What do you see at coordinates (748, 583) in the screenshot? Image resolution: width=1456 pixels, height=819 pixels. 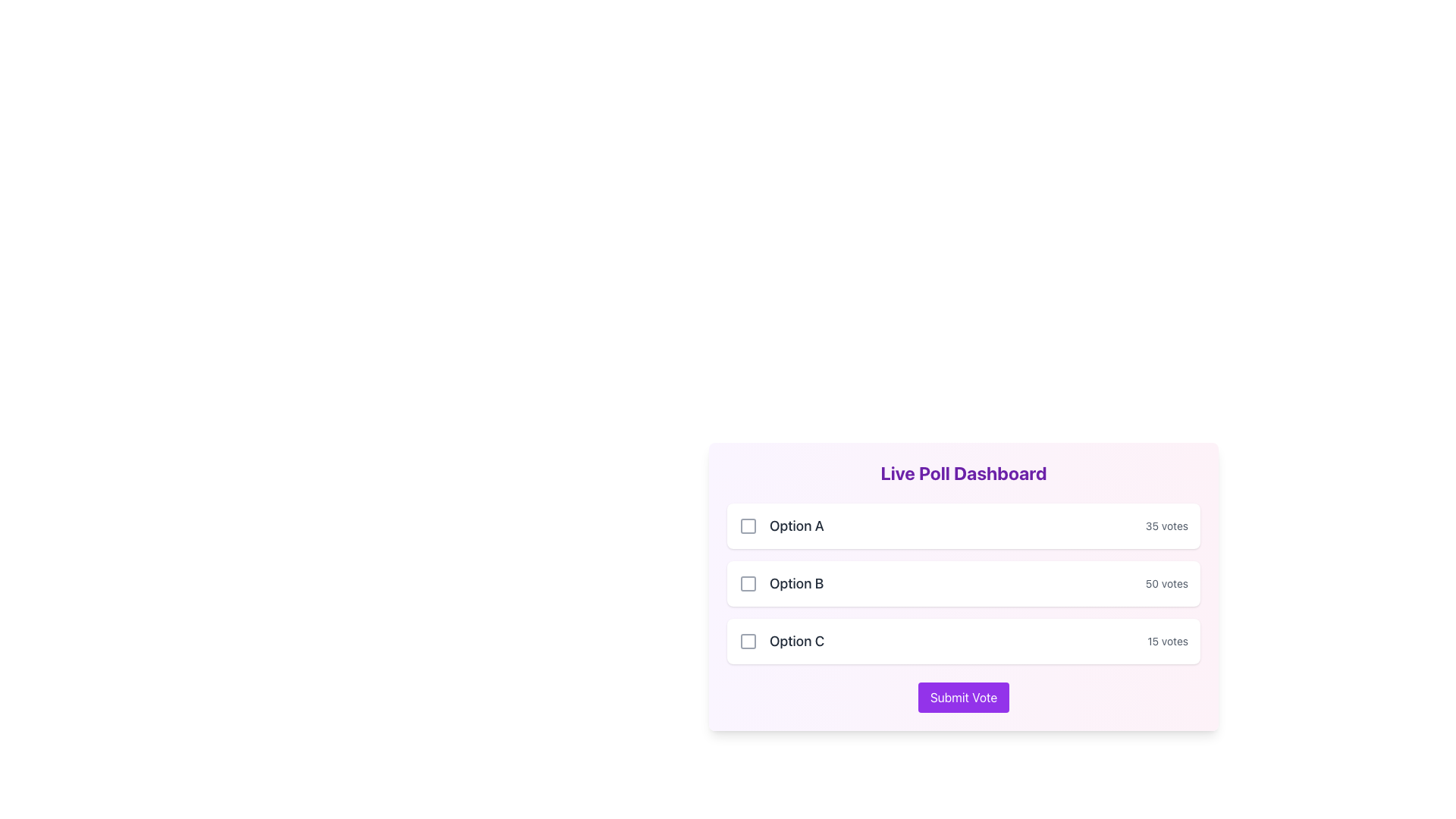 I see `the Checkbox element located to the left of the text 'Option B' in the second row of the vertical layout to trigger visual feedback` at bounding box center [748, 583].